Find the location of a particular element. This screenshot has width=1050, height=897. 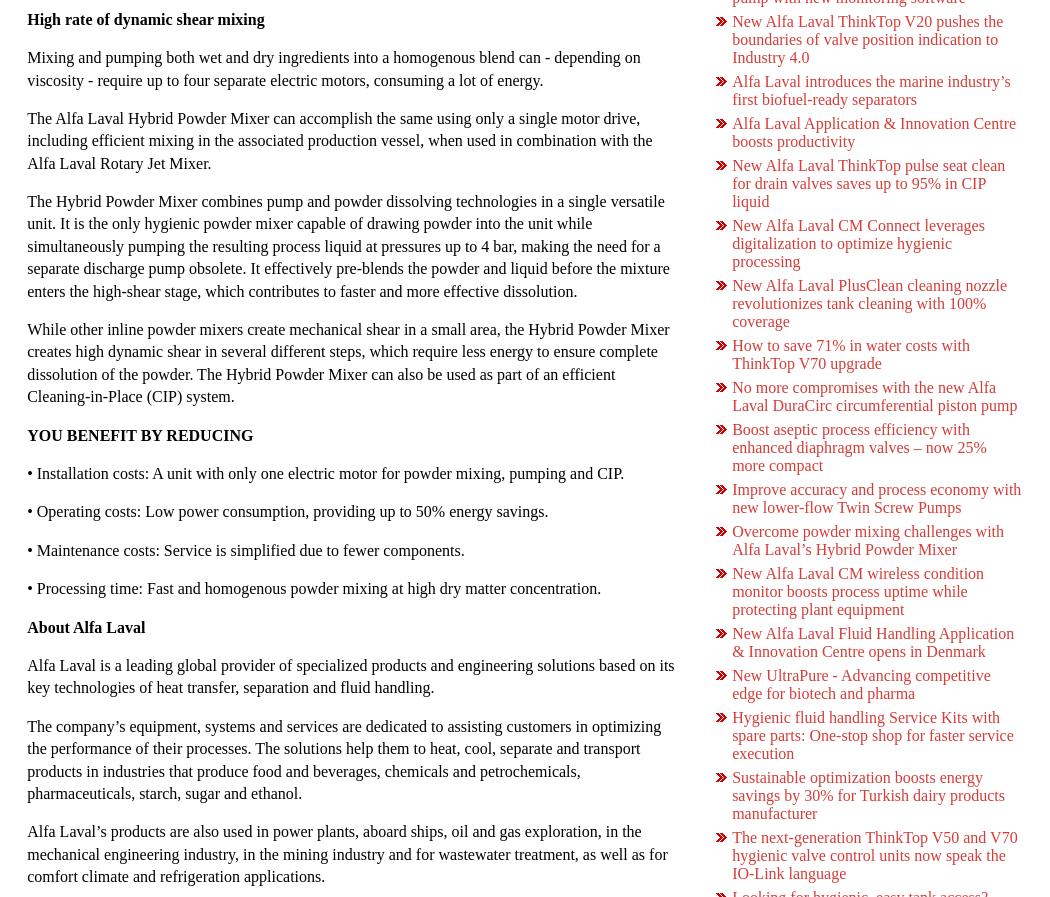

'About Alfa Laval' is located at coordinates (85, 626).